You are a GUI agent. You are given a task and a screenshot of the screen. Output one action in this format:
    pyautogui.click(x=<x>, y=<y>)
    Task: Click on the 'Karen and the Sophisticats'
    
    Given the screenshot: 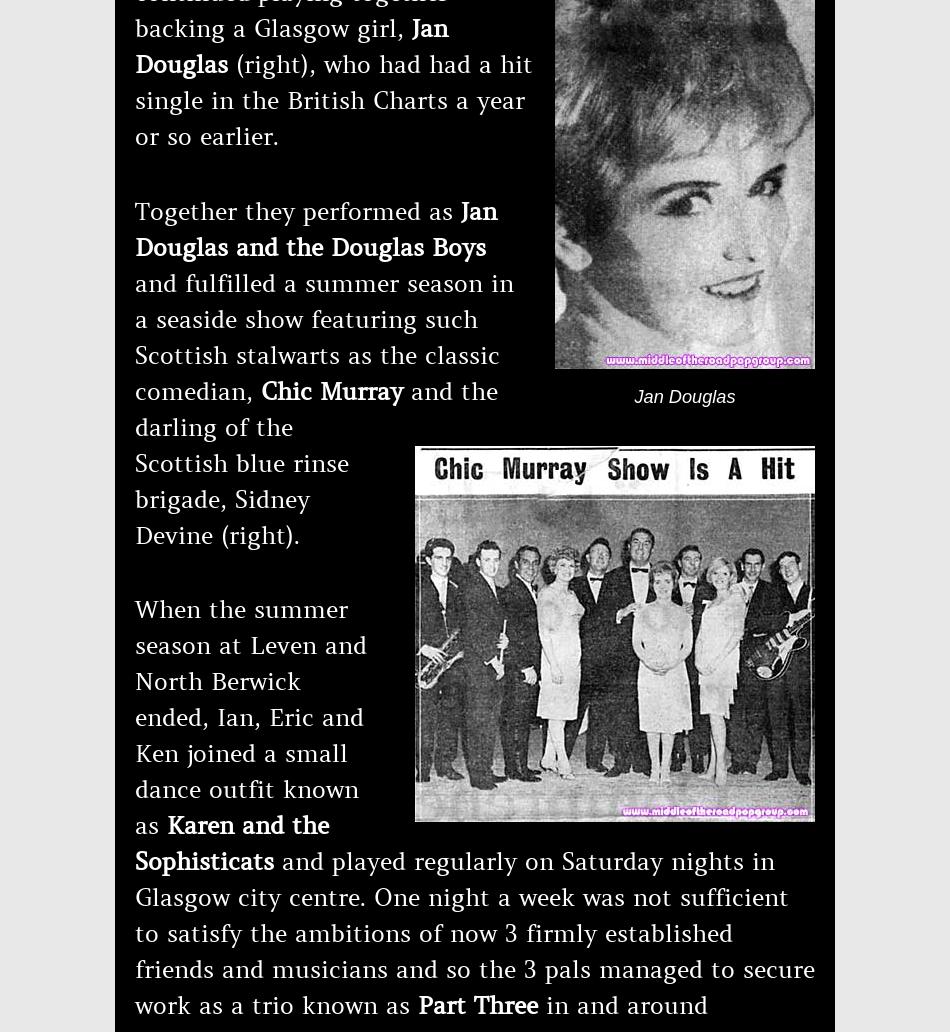 What is the action you would take?
    pyautogui.click(x=134, y=843)
    